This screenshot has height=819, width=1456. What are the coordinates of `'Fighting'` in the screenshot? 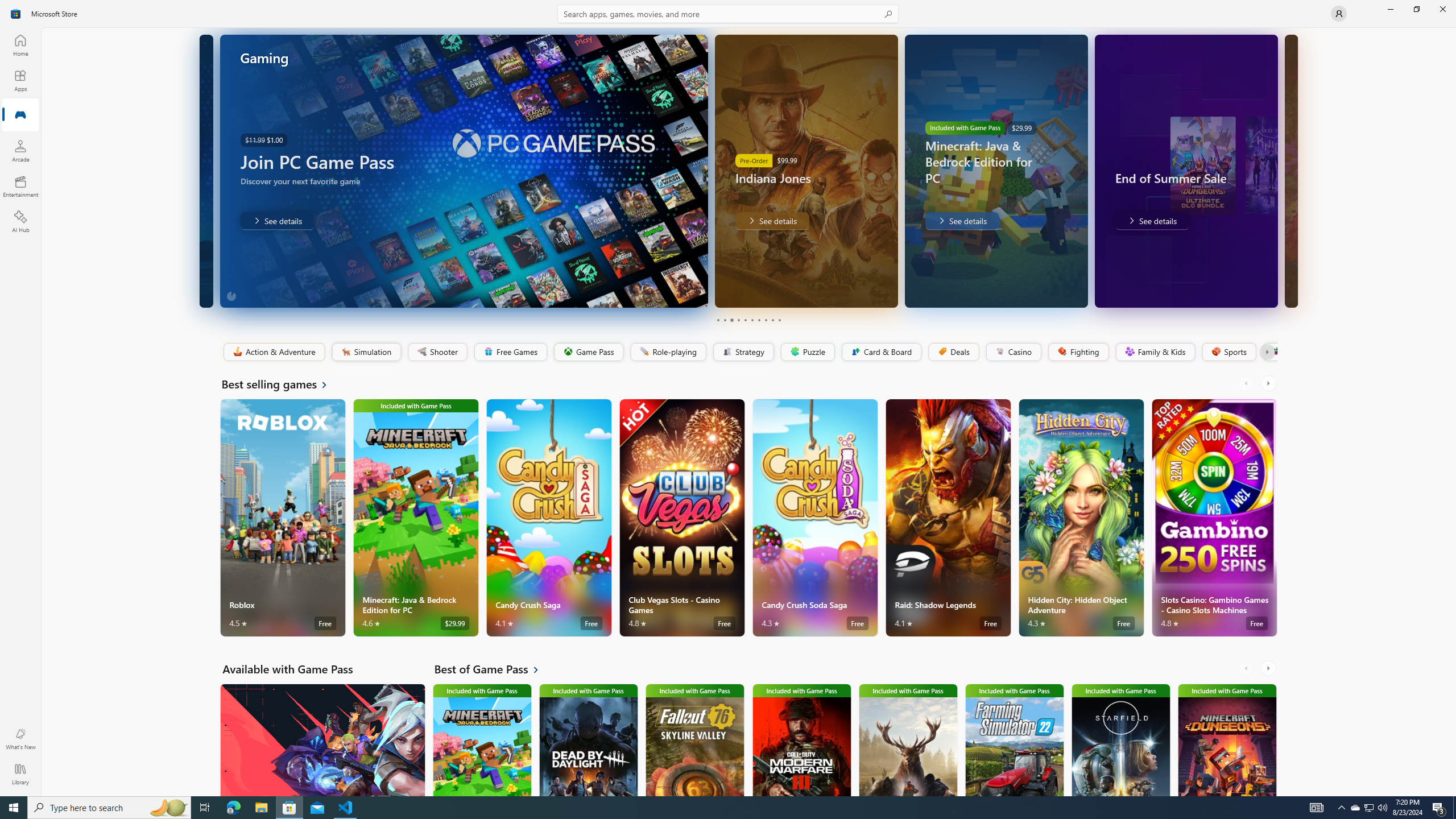 It's located at (1078, 351).